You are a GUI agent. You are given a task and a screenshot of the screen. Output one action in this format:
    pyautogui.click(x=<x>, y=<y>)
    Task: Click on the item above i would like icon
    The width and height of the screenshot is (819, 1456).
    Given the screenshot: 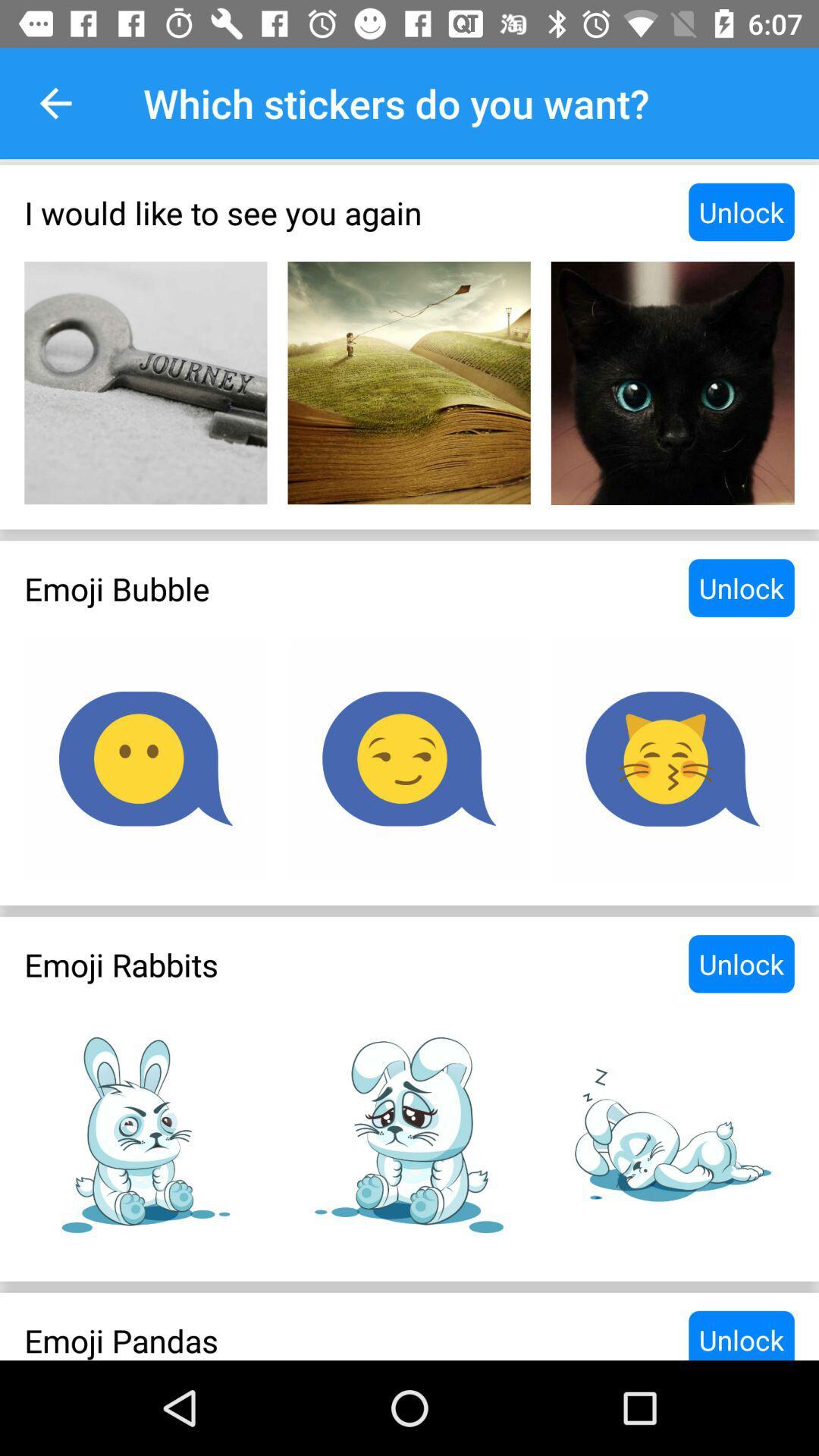 What is the action you would take?
    pyautogui.click(x=55, y=102)
    